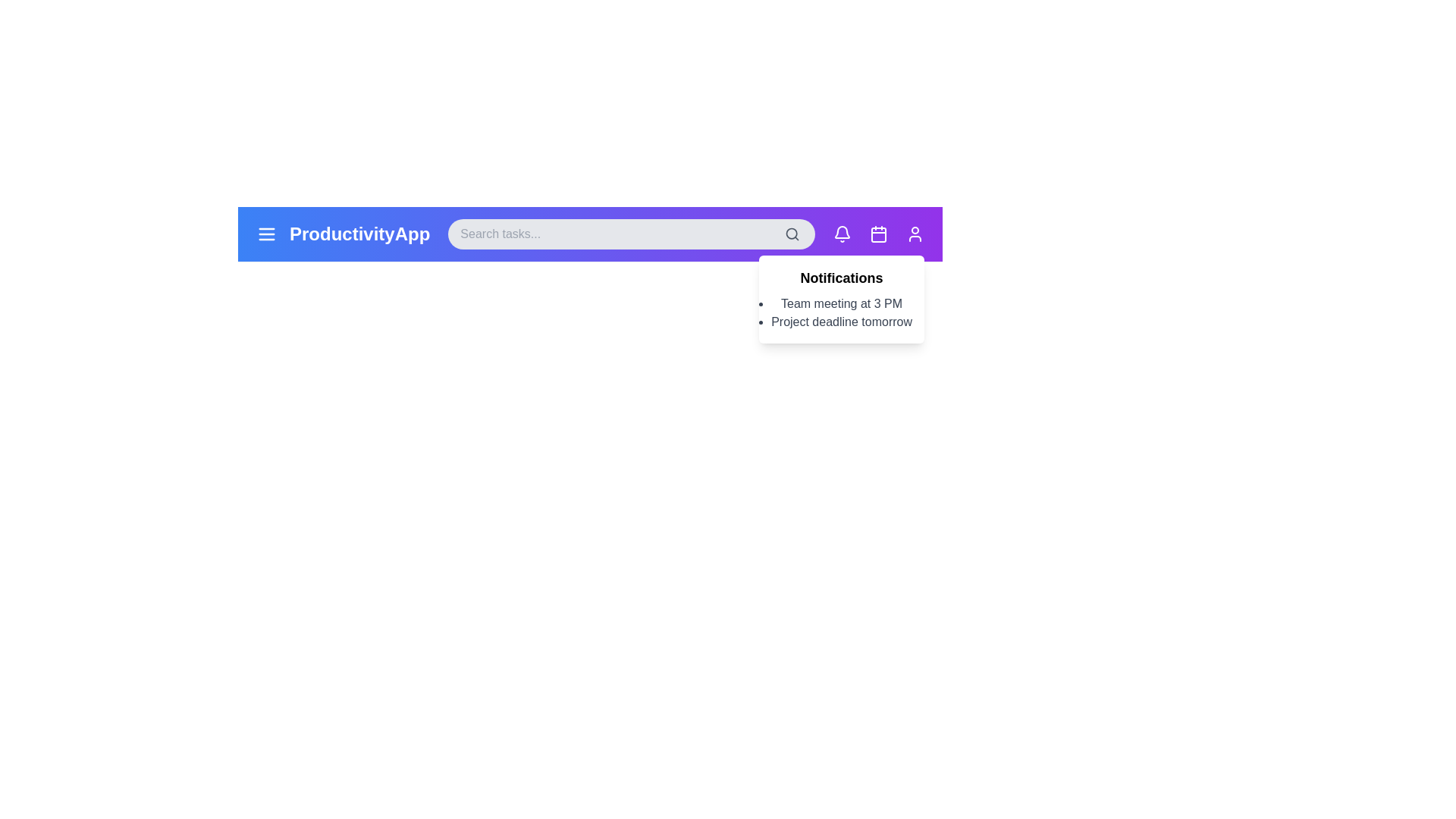 This screenshot has width=1456, height=819. I want to click on the search bar and type the text 'meeting notes', so click(632, 234).